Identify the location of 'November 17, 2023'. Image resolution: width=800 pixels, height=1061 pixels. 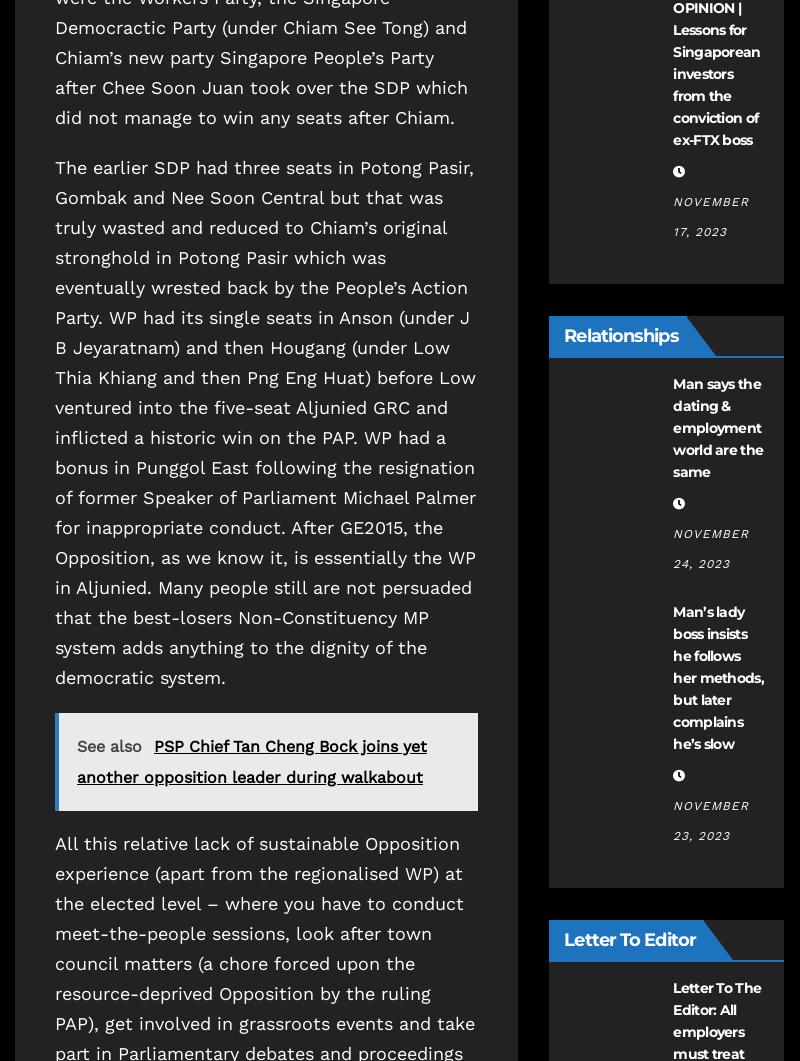
(710, 215).